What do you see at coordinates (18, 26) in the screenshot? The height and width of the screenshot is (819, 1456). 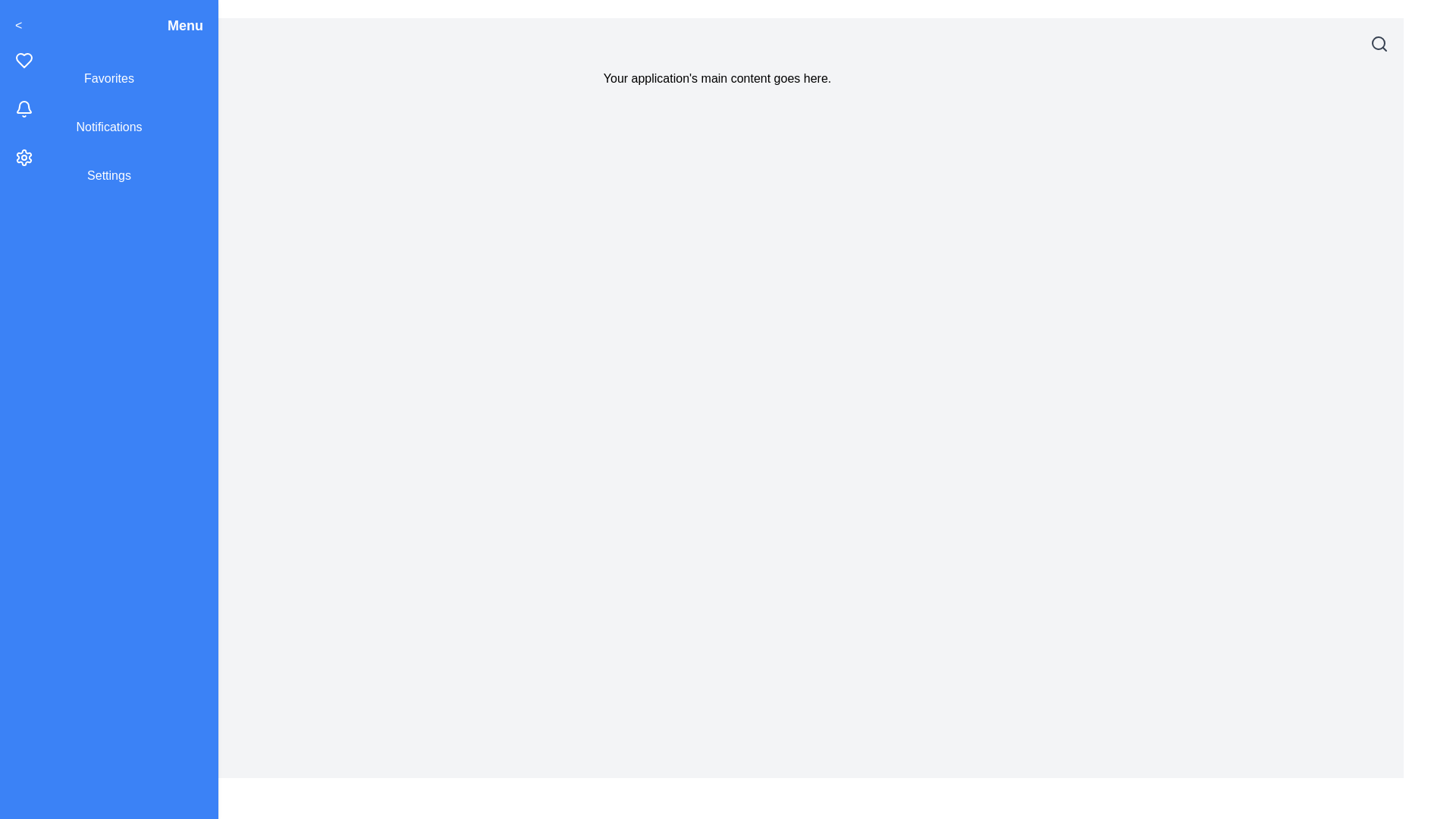 I see `the toggle button to toggle the drawer open or close` at bounding box center [18, 26].